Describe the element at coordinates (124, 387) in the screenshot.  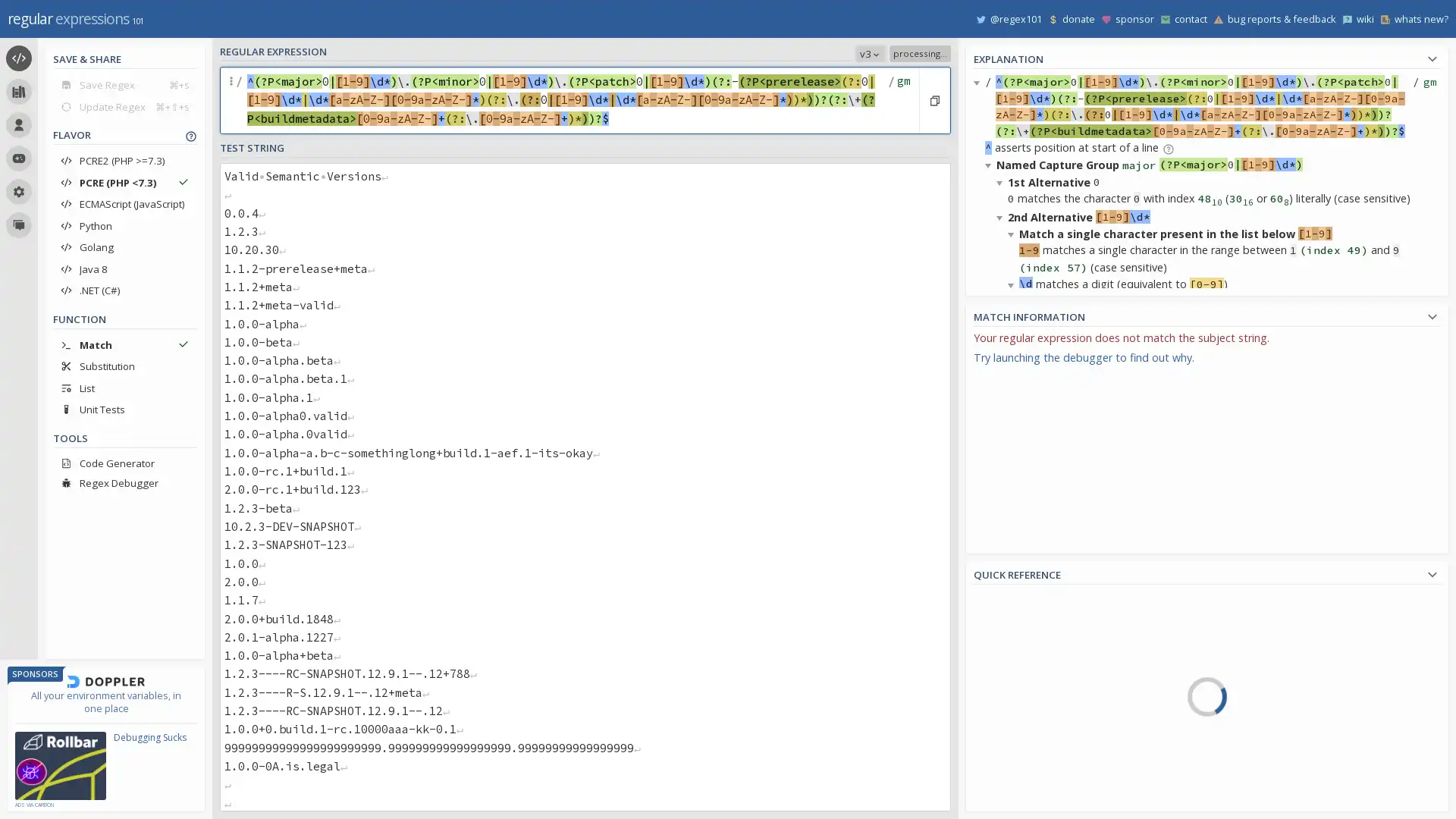
I see `List` at that location.